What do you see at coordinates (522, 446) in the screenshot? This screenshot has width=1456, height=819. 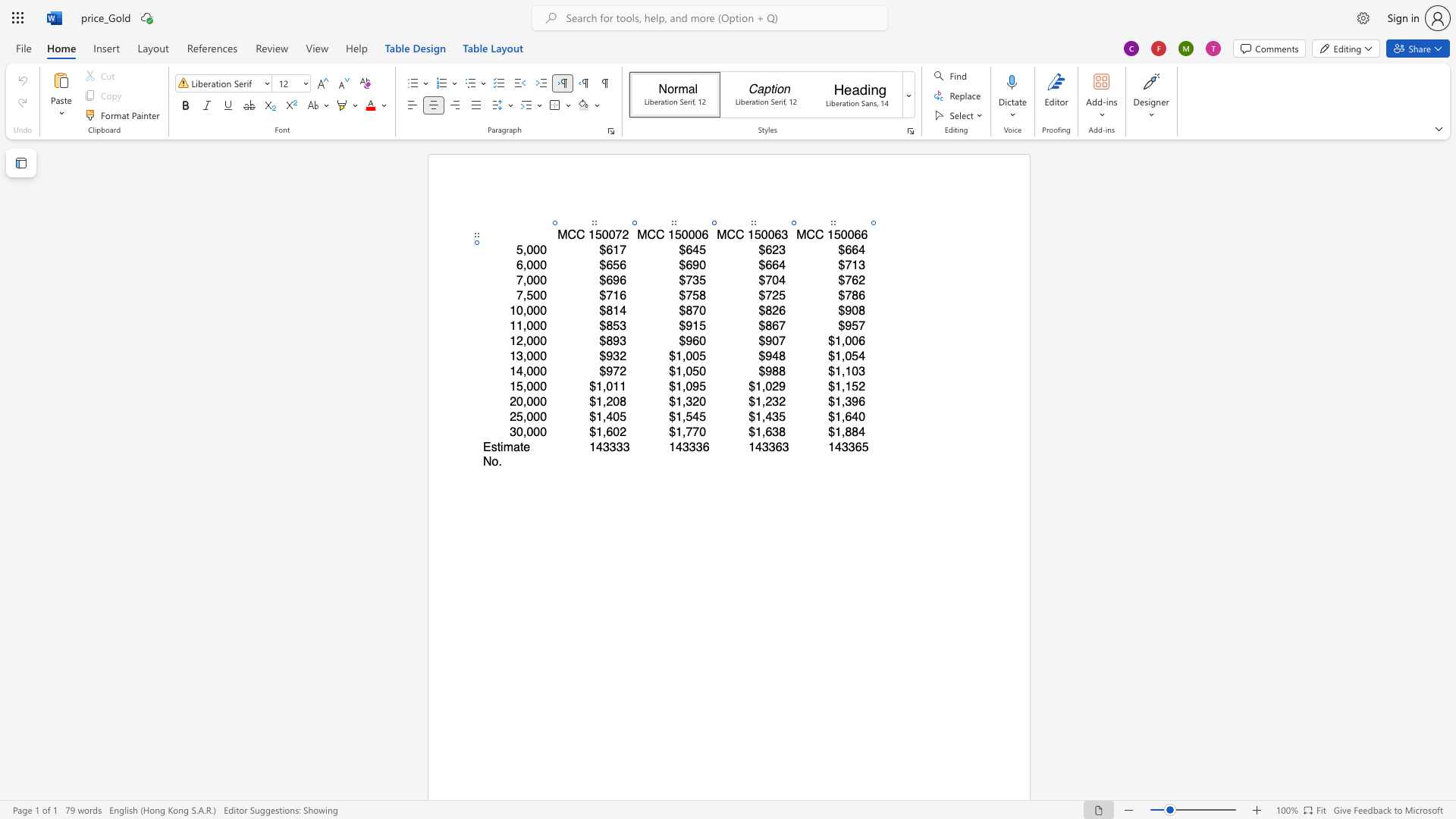 I see `the 2th character "t" in the text` at bounding box center [522, 446].